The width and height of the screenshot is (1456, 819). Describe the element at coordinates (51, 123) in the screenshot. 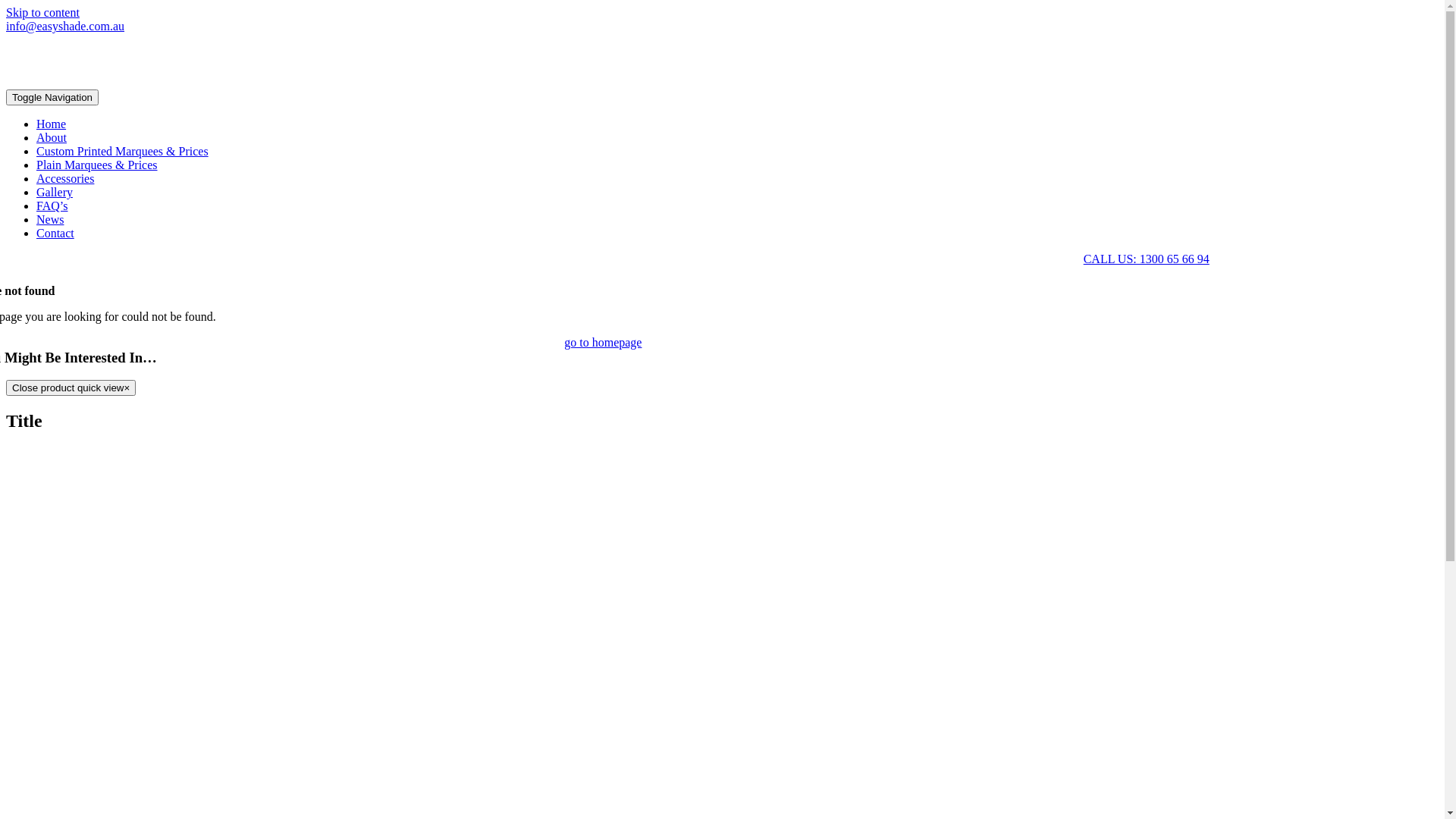

I see `'Home'` at that location.